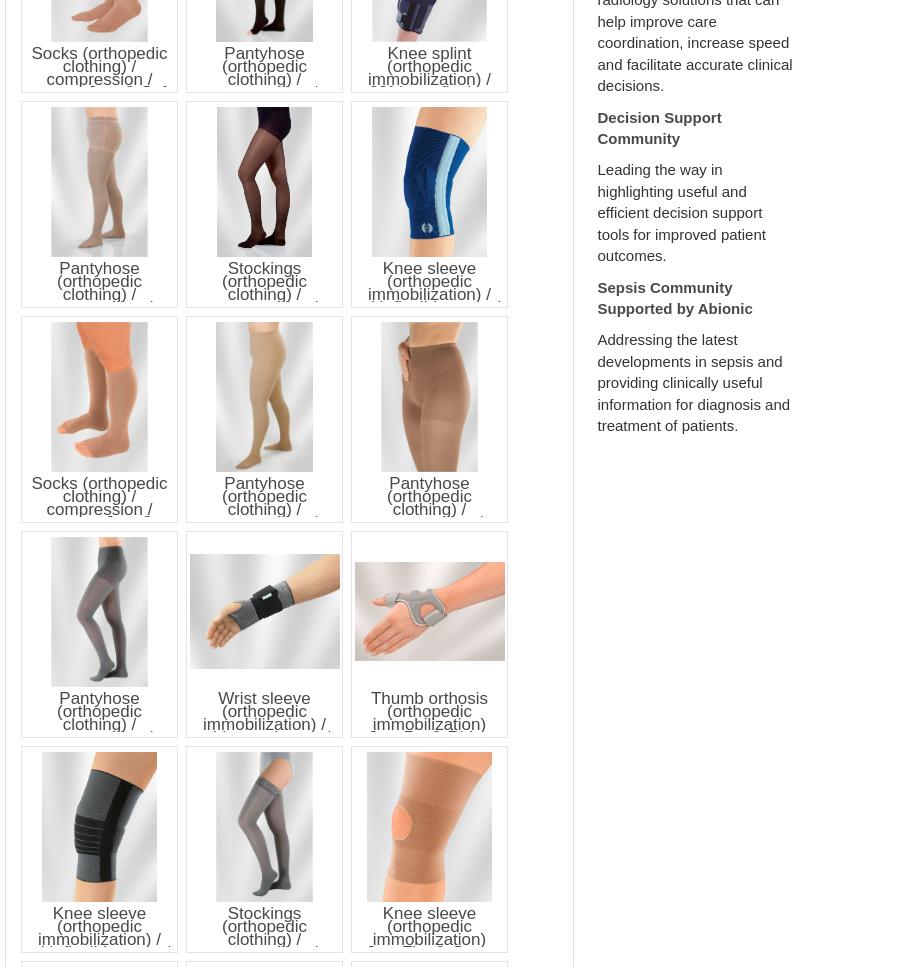  What do you see at coordinates (98, 299) in the screenshot?
I see `'Pantyhose (orthopedic clothing) / compression / woman Juzo® Expert Silver Juzo'` at bounding box center [98, 299].